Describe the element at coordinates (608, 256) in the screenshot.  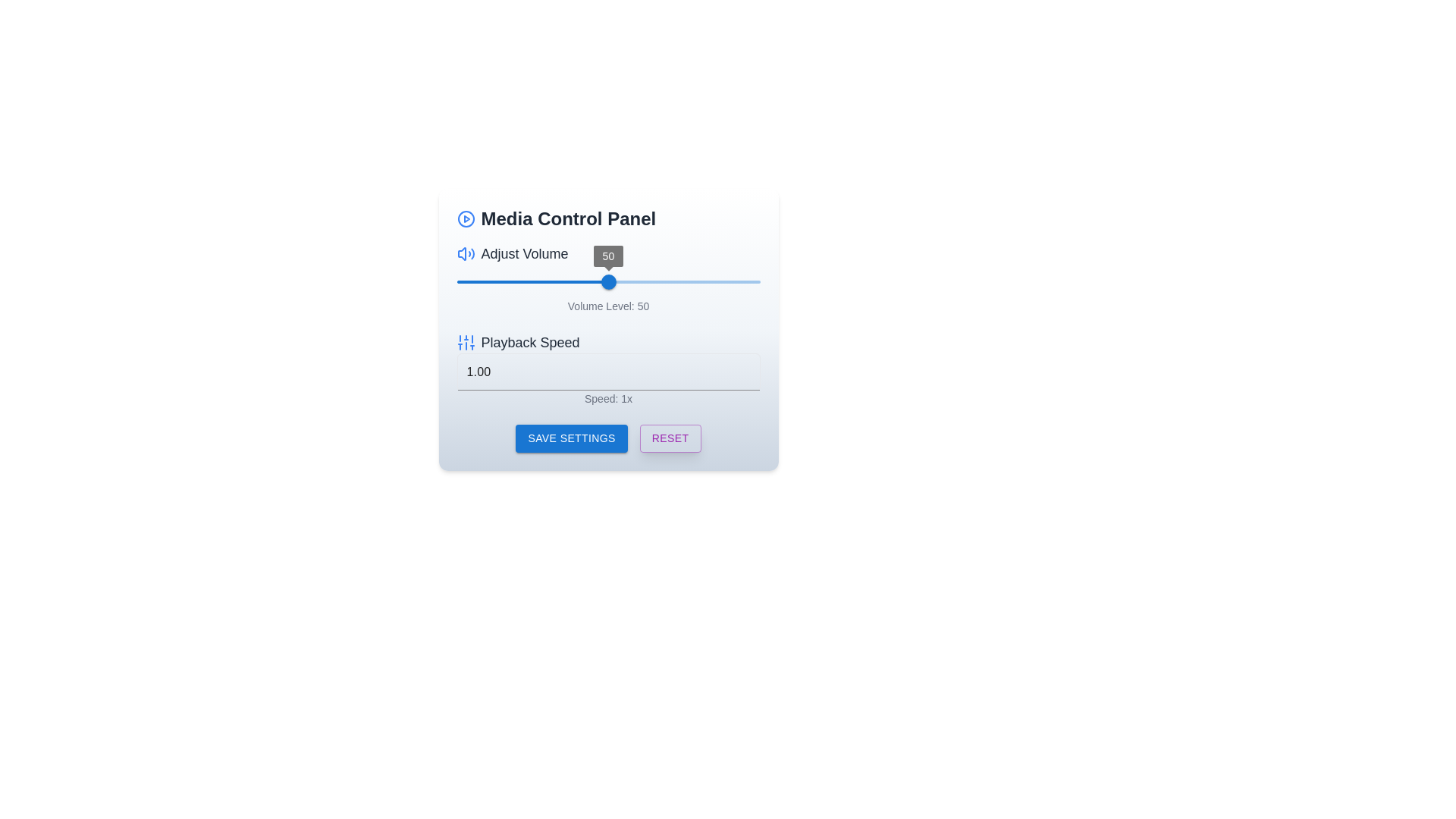
I see `the gray circular badge containing the number '50' which indicates the value label for the 'Adjust Volume' slider, located directly above the slider handle` at that location.